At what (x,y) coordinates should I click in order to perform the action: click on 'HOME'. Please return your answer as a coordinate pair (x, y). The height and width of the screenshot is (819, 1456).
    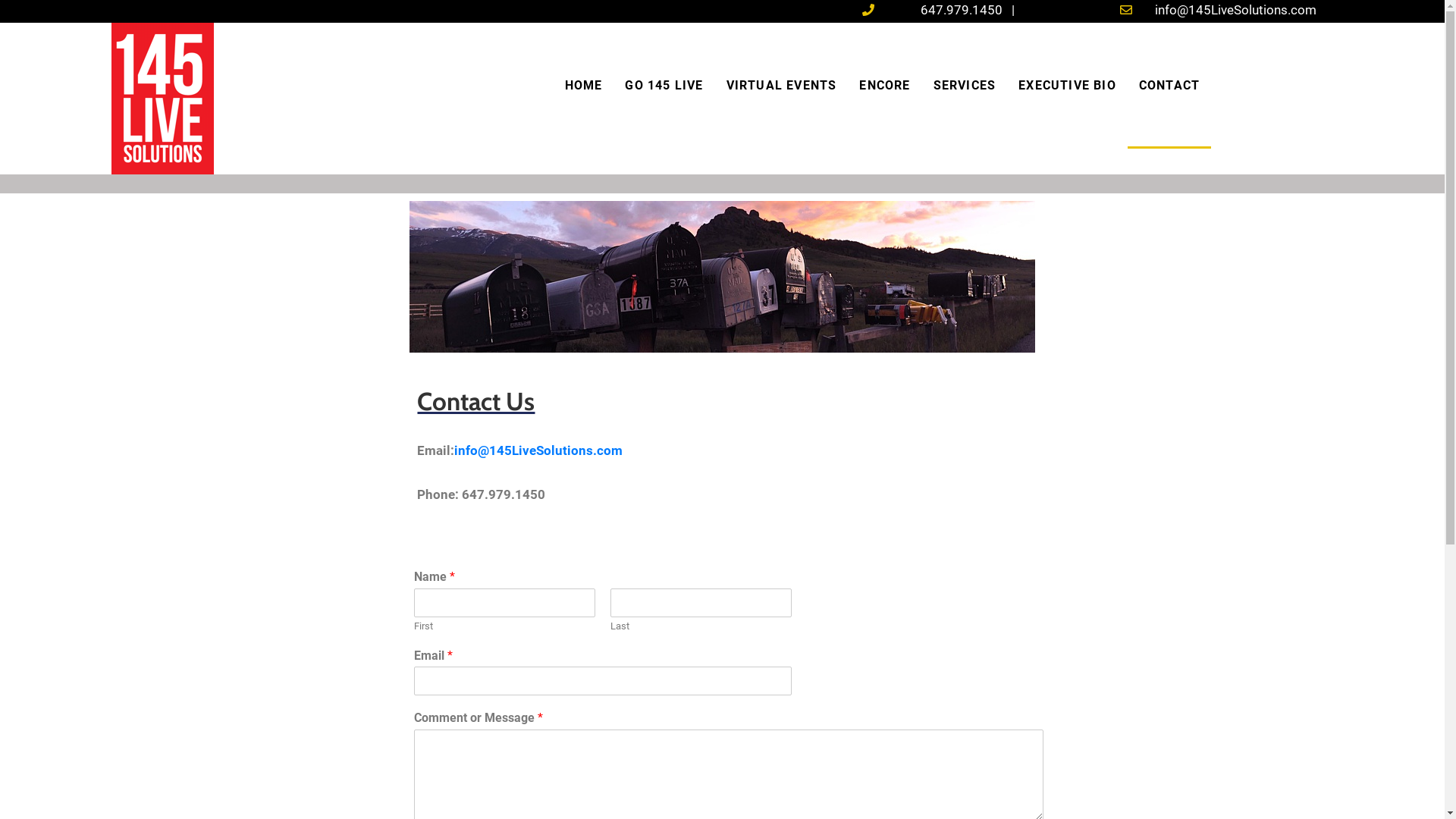
    Looking at the image, I should click on (582, 85).